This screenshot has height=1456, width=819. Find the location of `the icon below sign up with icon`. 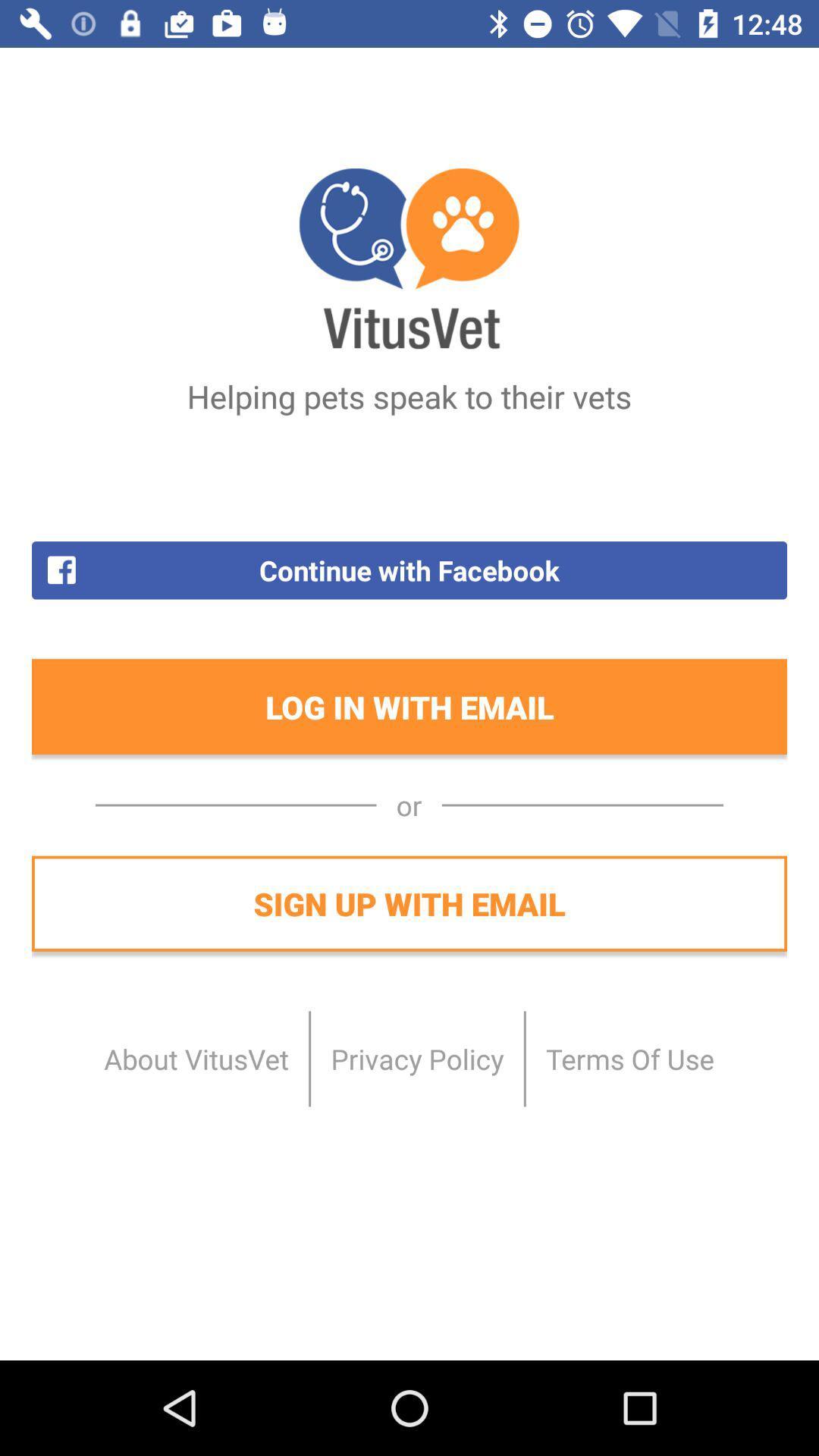

the icon below sign up with icon is located at coordinates (417, 1058).